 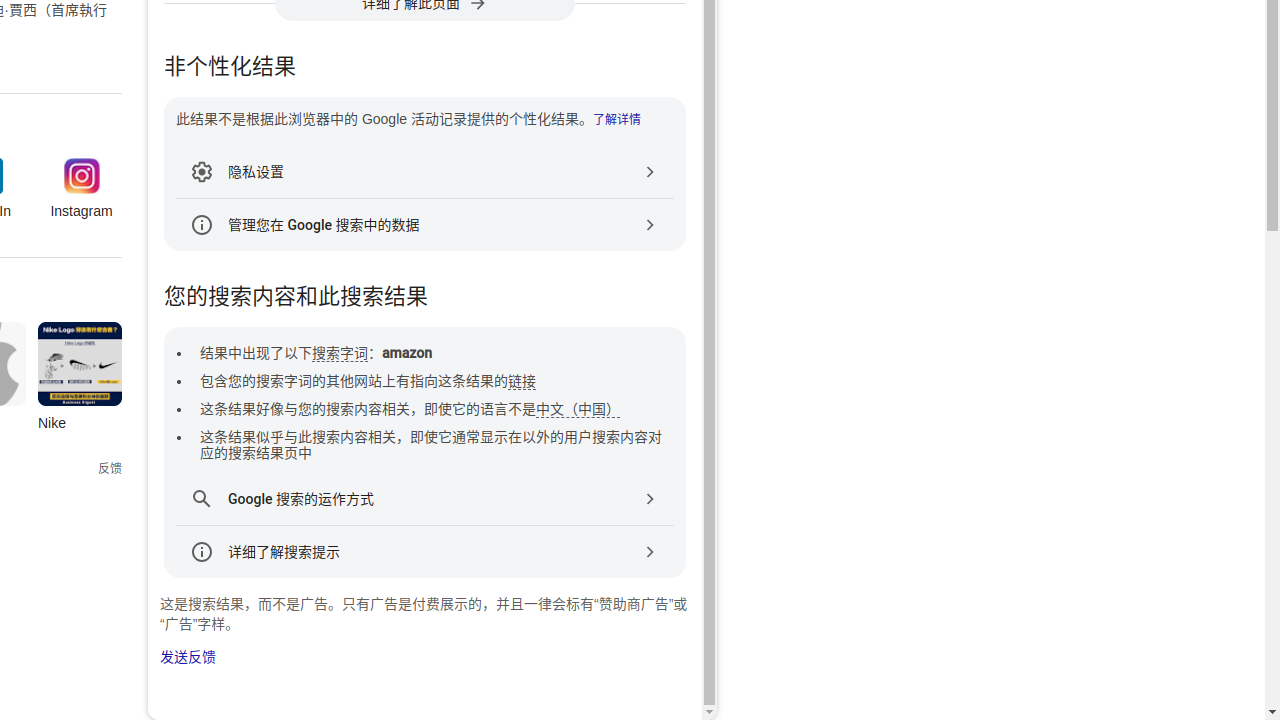 I want to click on '包含您的搜索字词的其他网站上有指向这条结果的链接', so click(x=368, y=381).